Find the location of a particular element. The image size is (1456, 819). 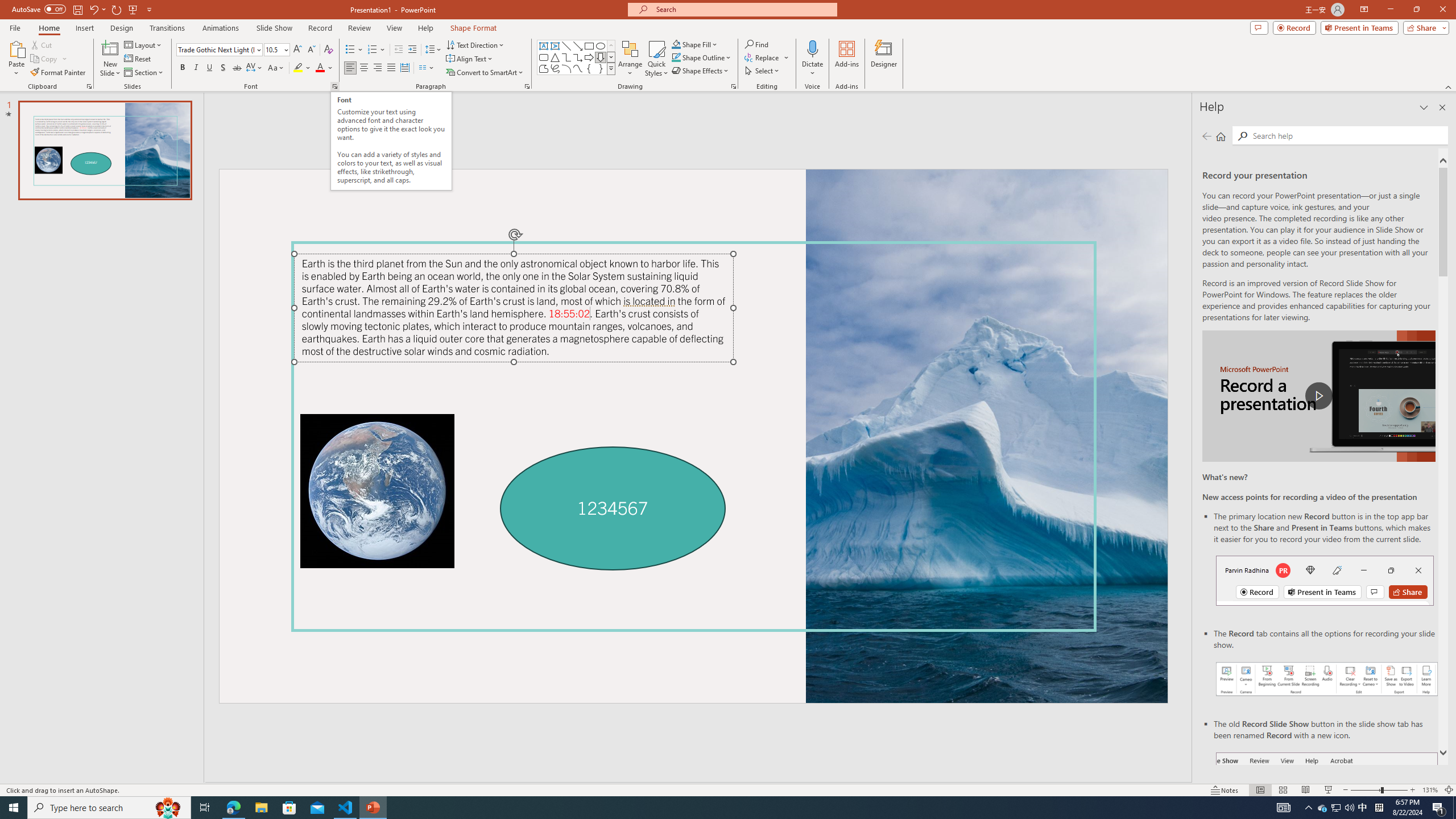

'Bullets' is located at coordinates (354, 49).